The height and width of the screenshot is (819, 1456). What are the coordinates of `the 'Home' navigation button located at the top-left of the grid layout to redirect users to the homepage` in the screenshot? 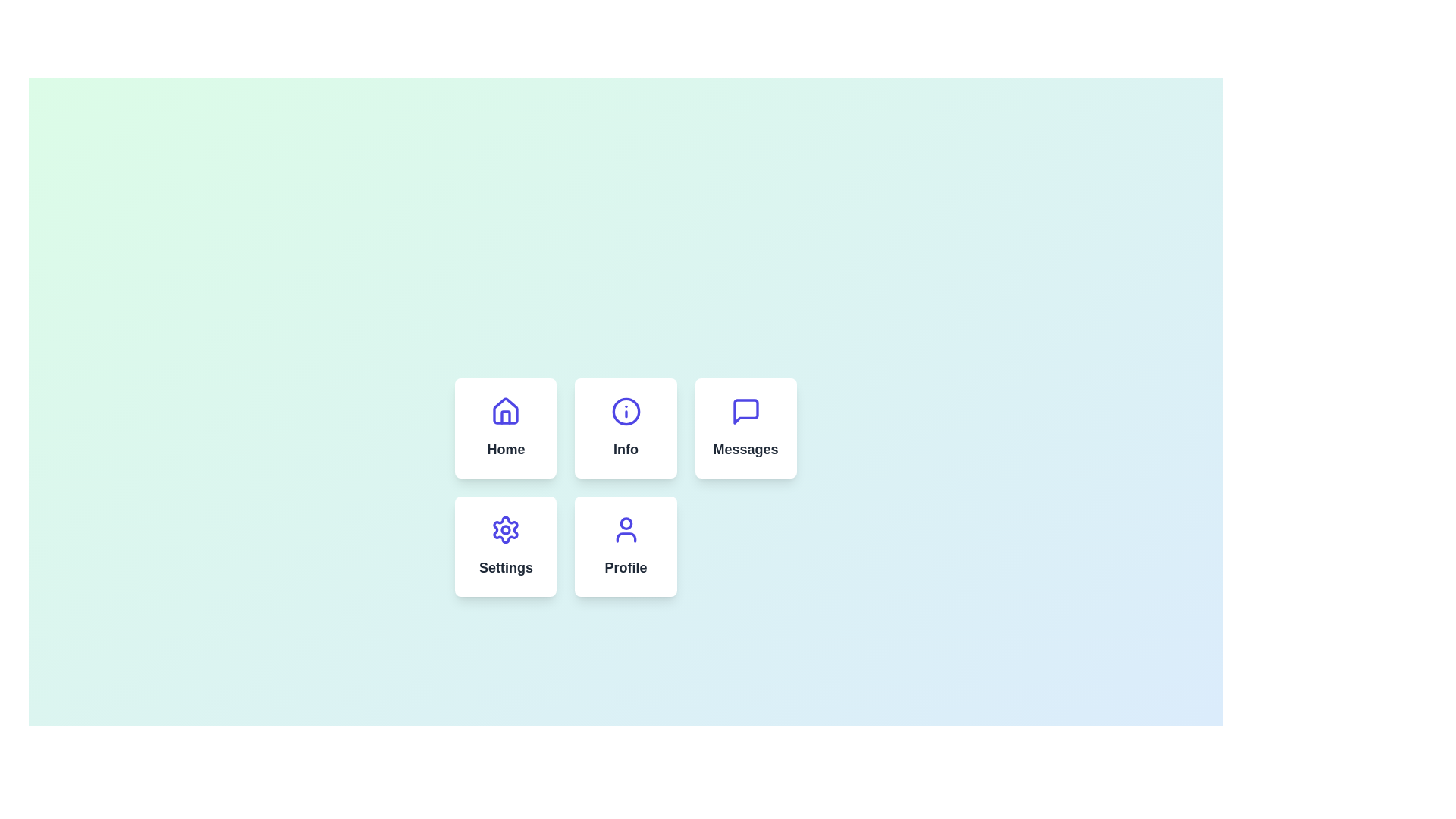 It's located at (506, 428).